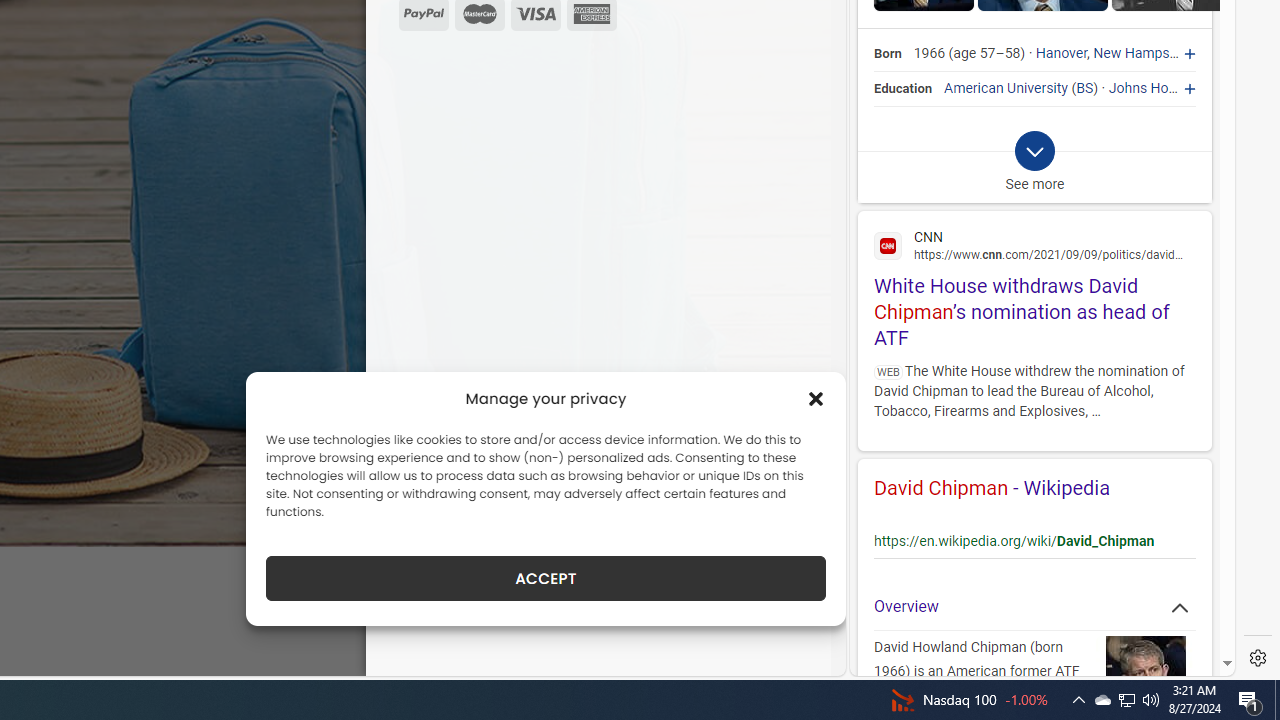  I want to click on 'ACCEPT', so click(545, 578).